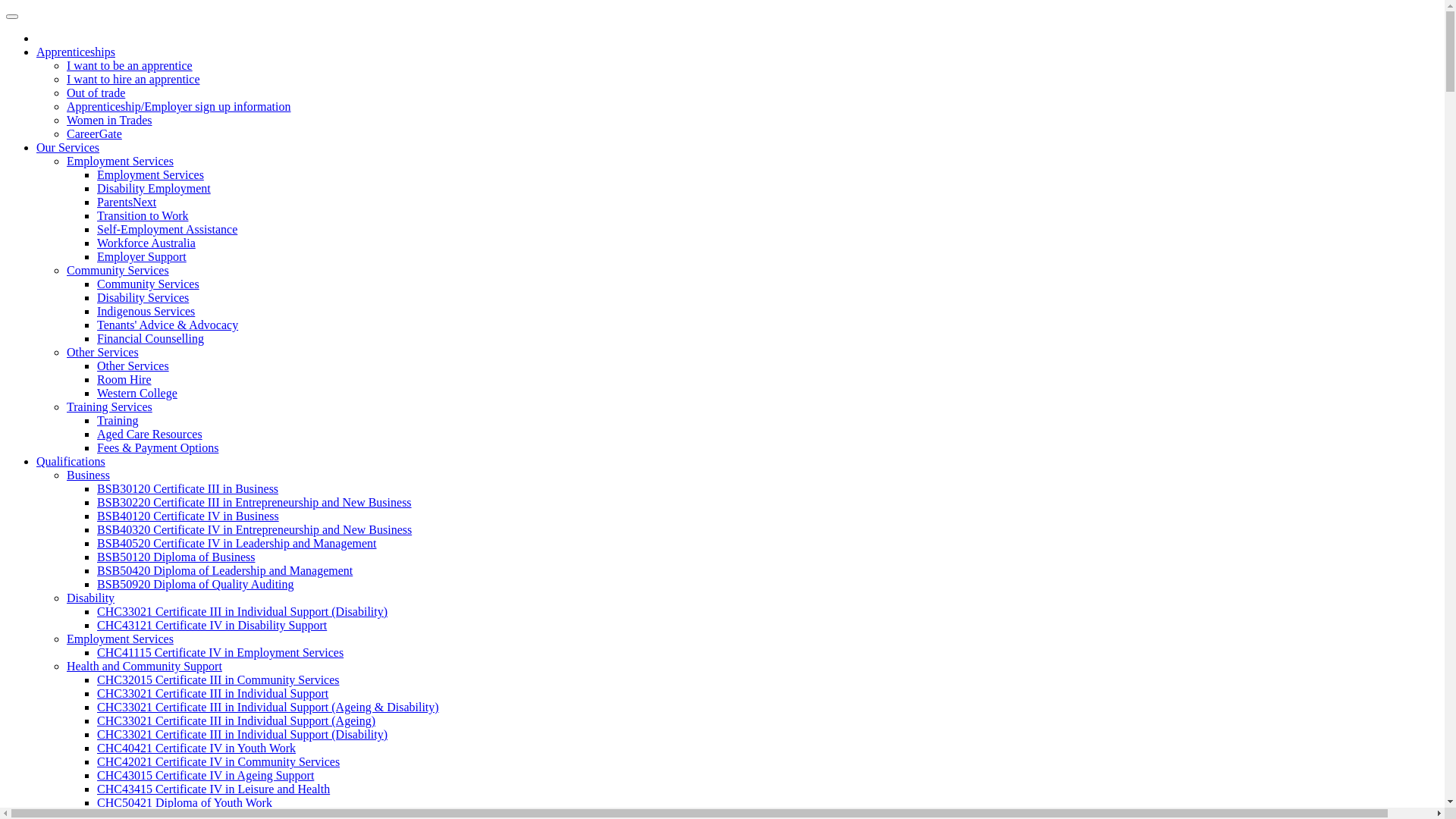  What do you see at coordinates (178, 105) in the screenshot?
I see `'Apprenticeship/Employer sign up information'` at bounding box center [178, 105].